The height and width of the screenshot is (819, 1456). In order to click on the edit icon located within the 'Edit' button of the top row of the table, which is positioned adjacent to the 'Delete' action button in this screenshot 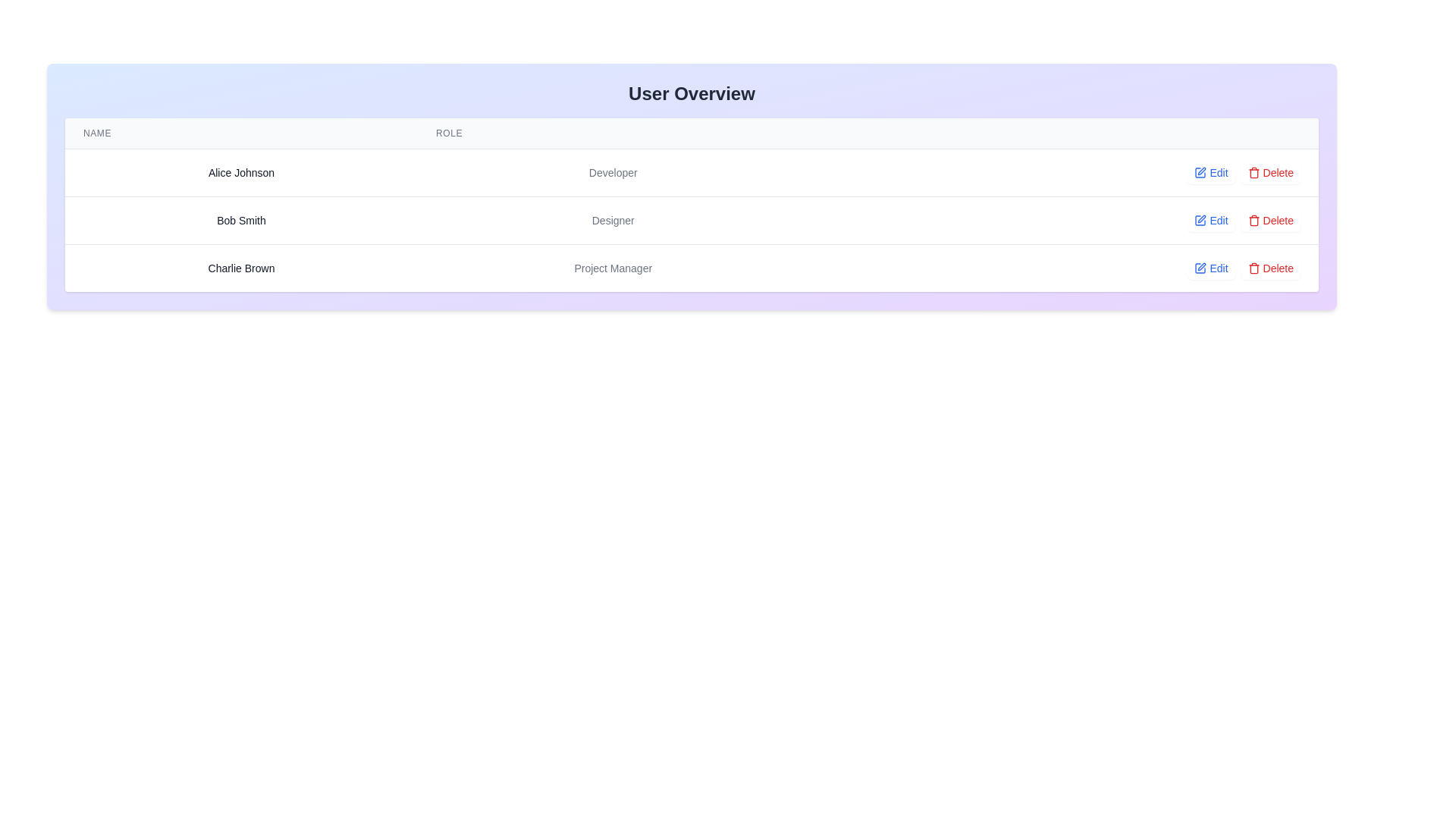, I will do `click(1200, 171)`.